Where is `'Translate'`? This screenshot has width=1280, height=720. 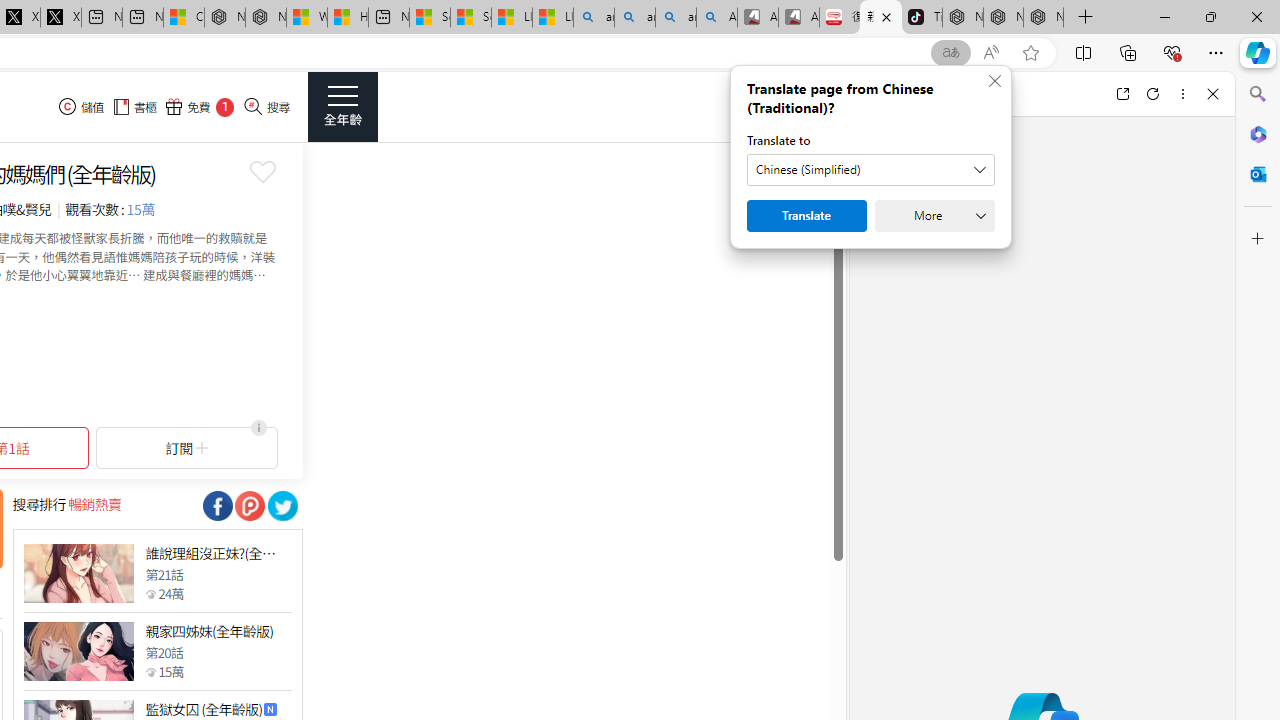
'Translate' is located at coordinates (807, 216).